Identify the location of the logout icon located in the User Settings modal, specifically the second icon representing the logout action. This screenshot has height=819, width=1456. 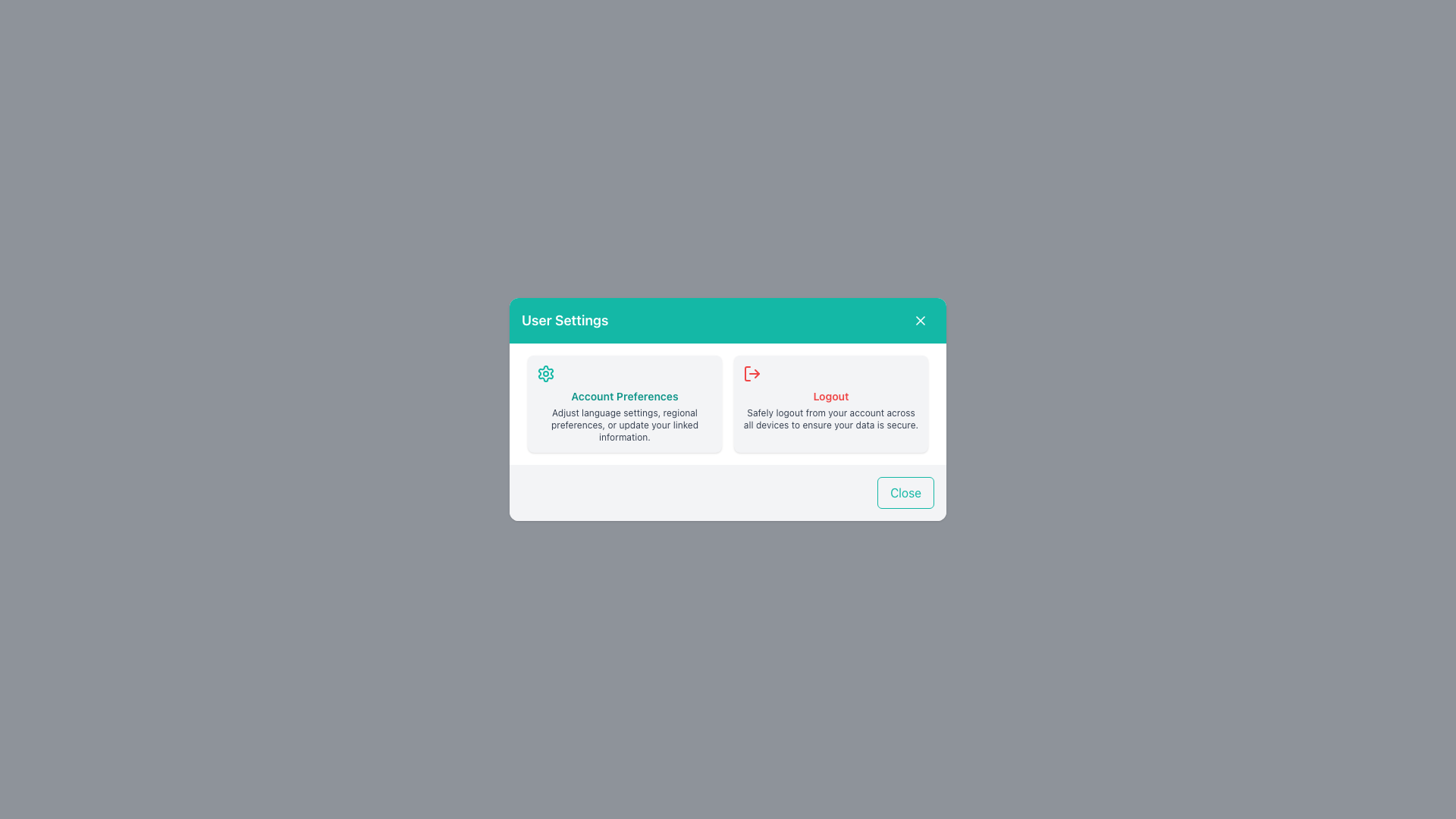
(757, 374).